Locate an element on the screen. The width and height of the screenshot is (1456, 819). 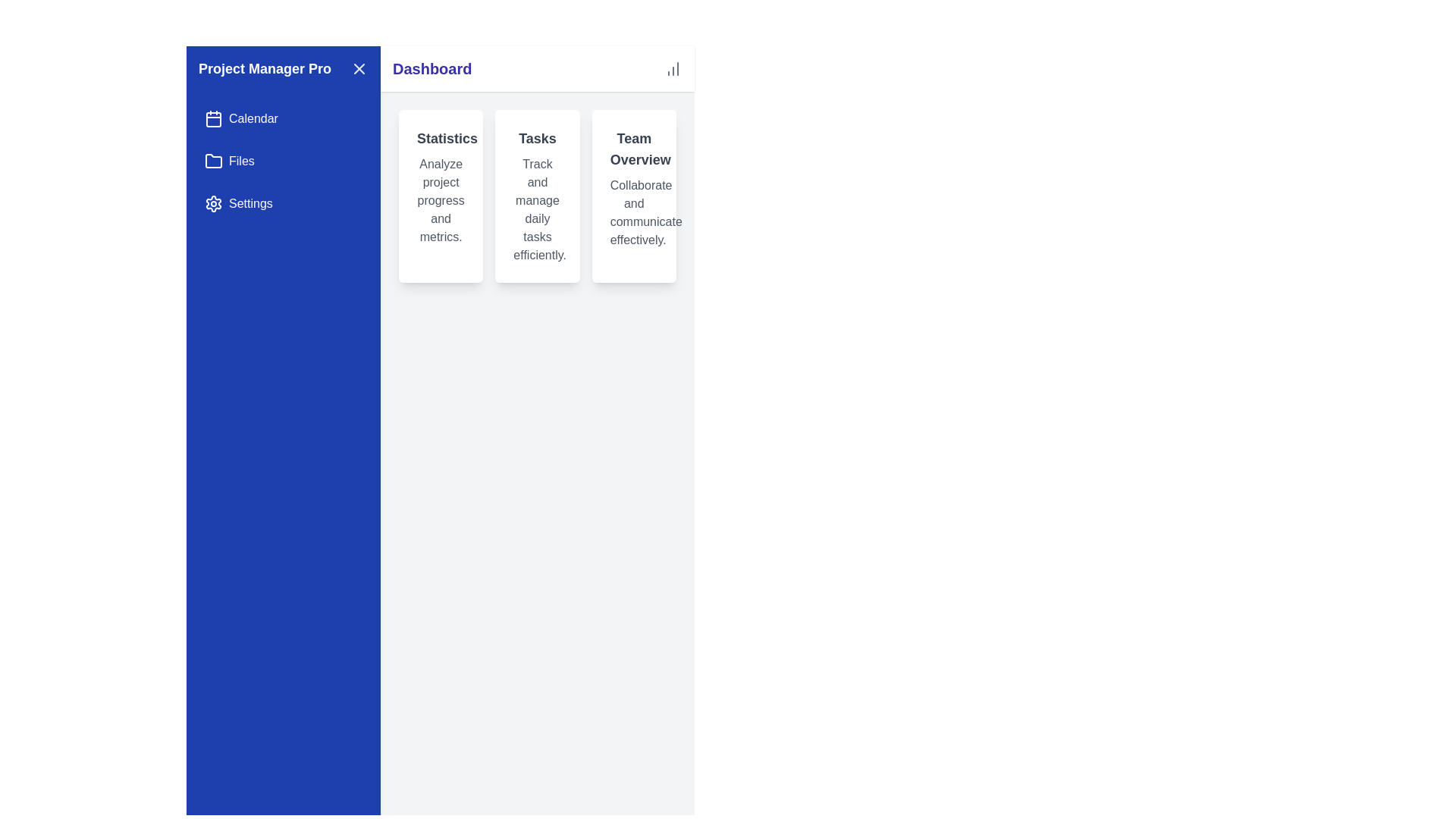
the close icon button represented by an 'X' shape located on the top right of the sidebar header section next to 'Project Manager Pro' is located at coordinates (359, 69).